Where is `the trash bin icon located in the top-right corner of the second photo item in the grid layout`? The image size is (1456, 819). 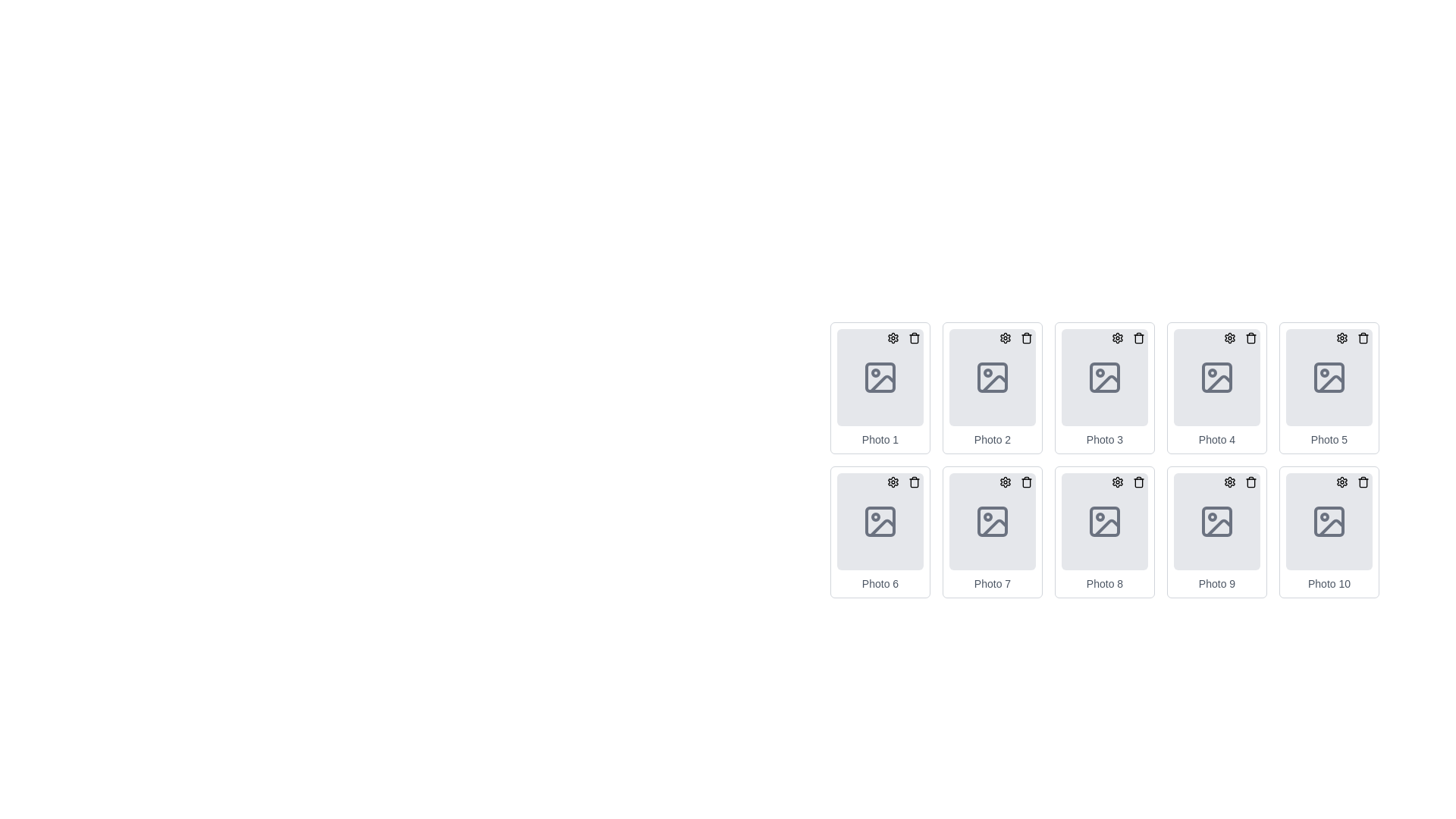 the trash bin icon located in the top-right corner of the second photo item in the grid layout is located at coordinates (1026, 337).